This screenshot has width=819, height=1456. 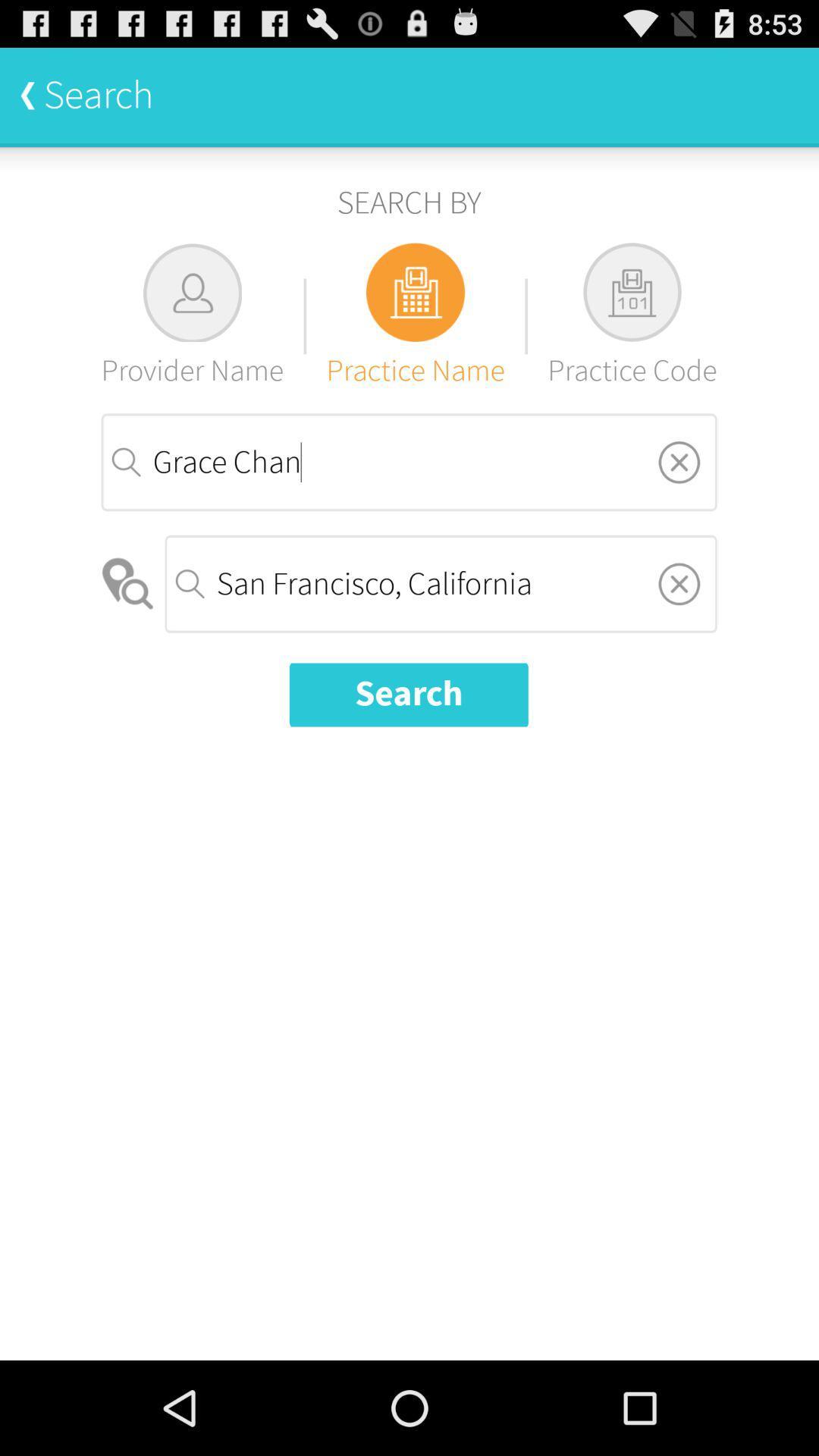 What do you see at coordinates (678, 494) in the screenshot?
I see `the close icon` at bounding box center [678, 494].